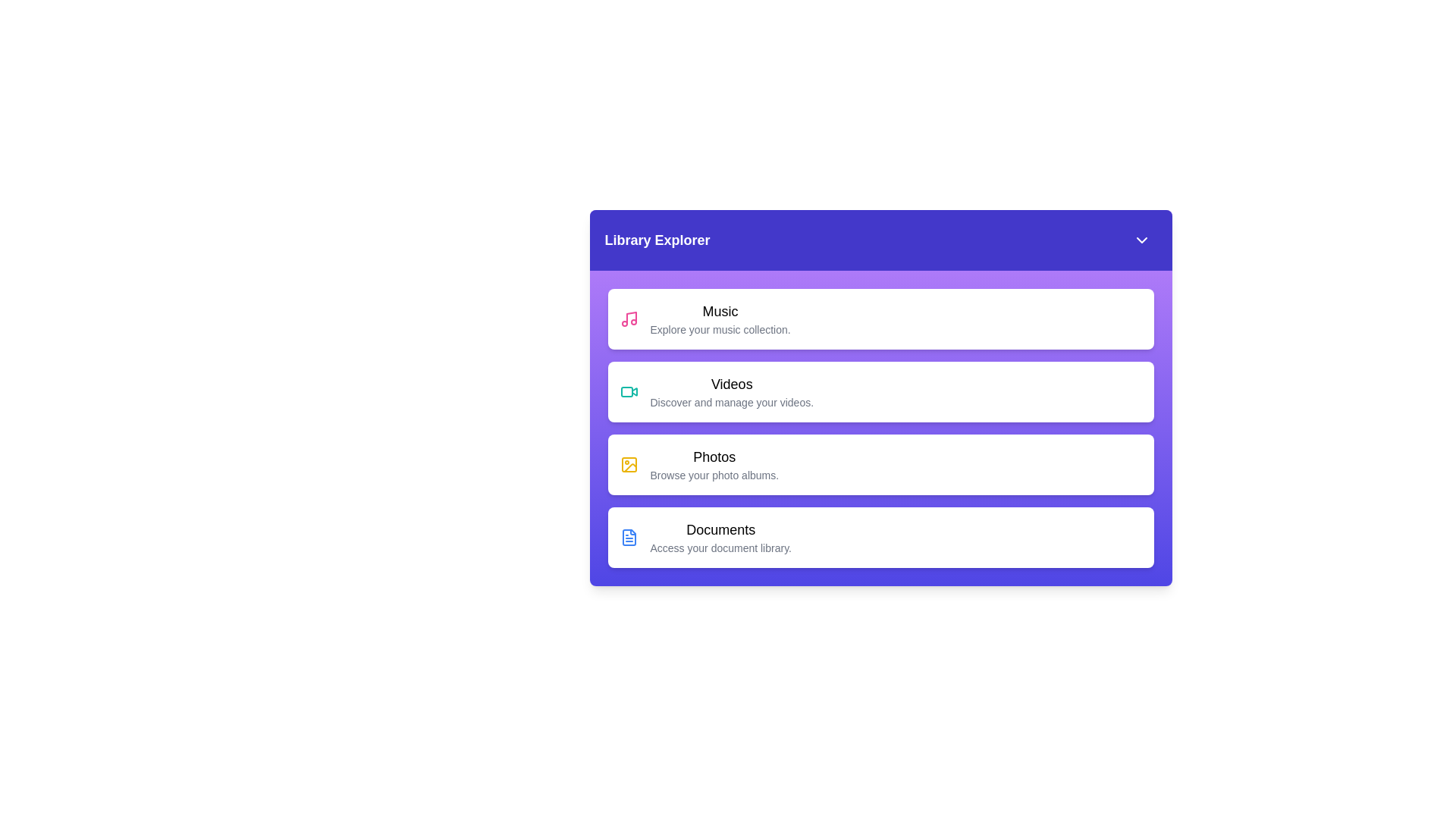  I want to click on the icon representing the Documents category, so click(629, 537).